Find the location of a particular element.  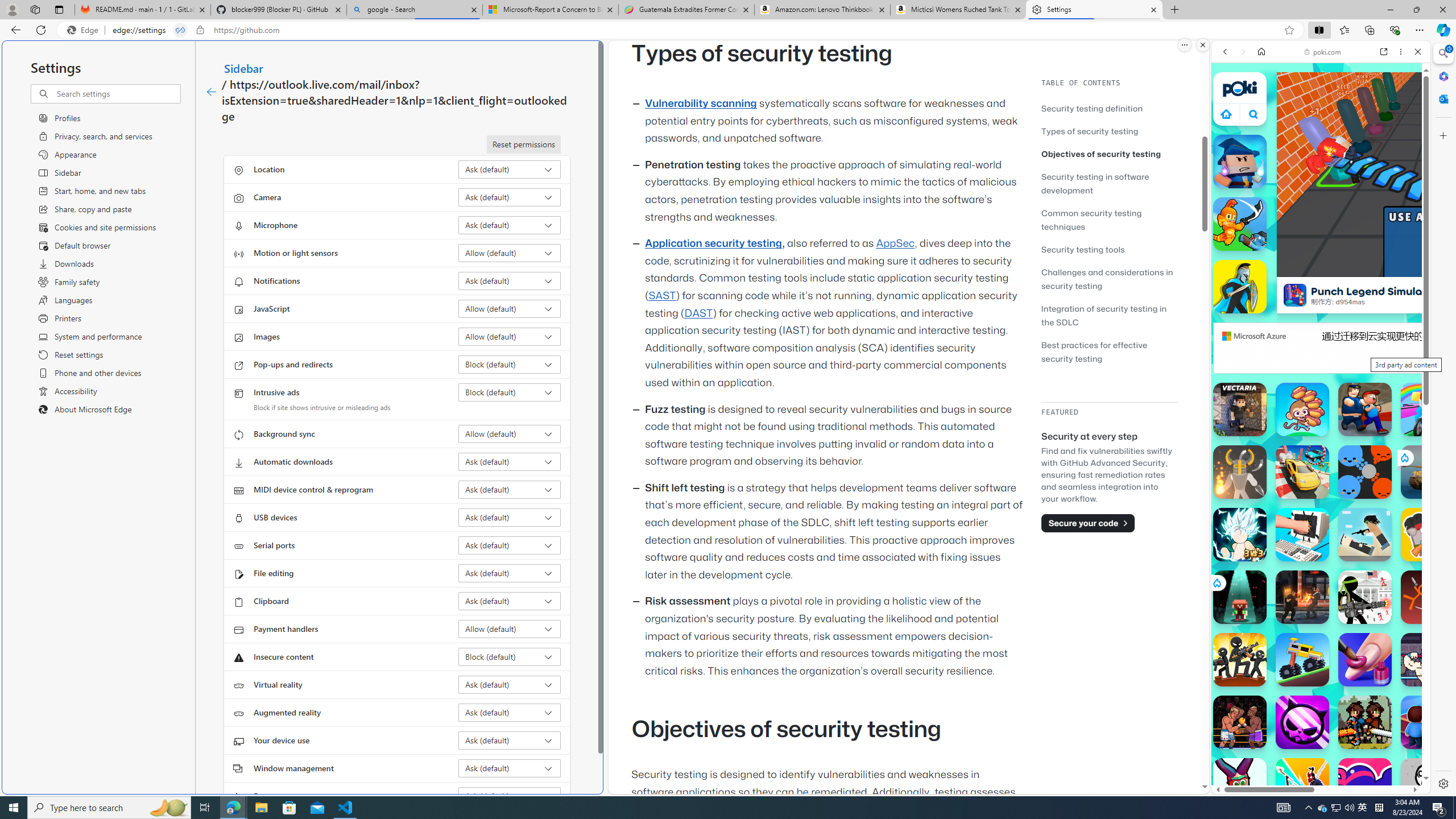

'Virtual reality Ask (default)' is located at coordinates (510, 684).